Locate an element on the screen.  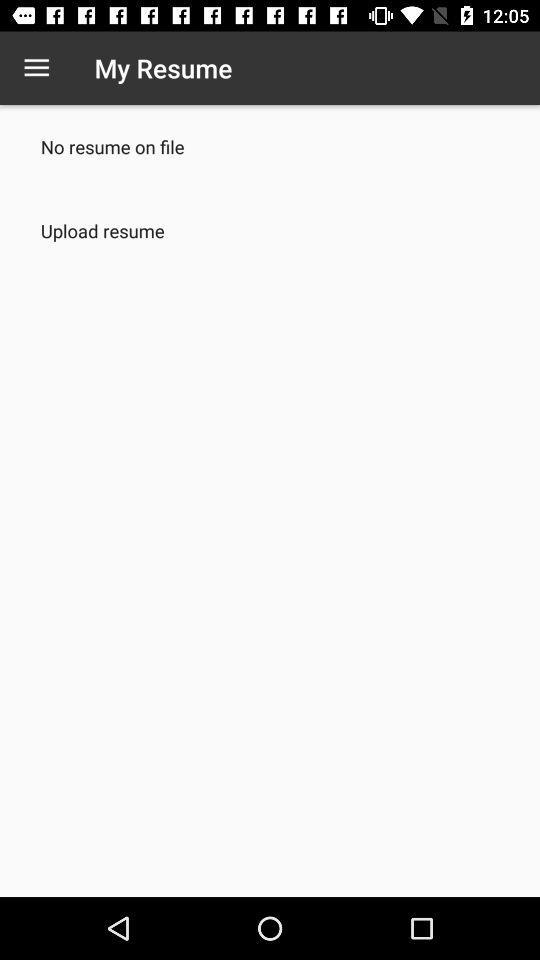
icon above the no resume on icon is located at coordinates (36, 68).